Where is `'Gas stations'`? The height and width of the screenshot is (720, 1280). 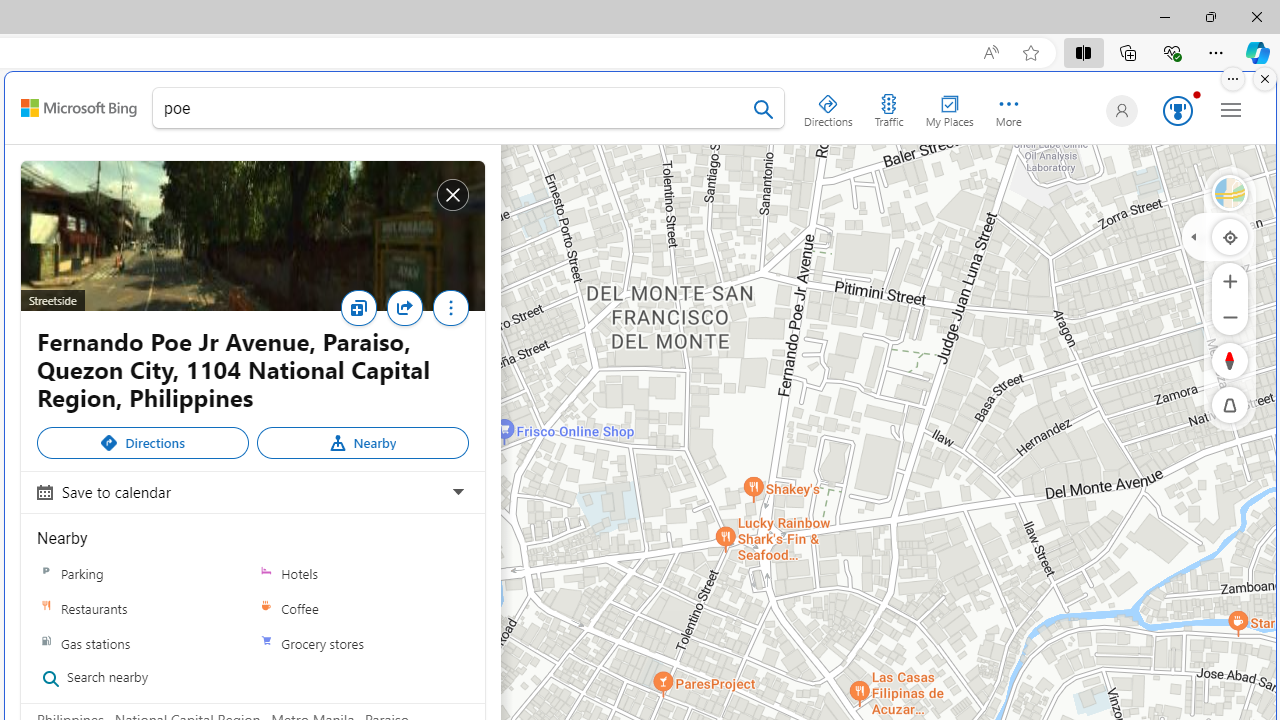 'Gas stations' is located at coordinates (142, 643).